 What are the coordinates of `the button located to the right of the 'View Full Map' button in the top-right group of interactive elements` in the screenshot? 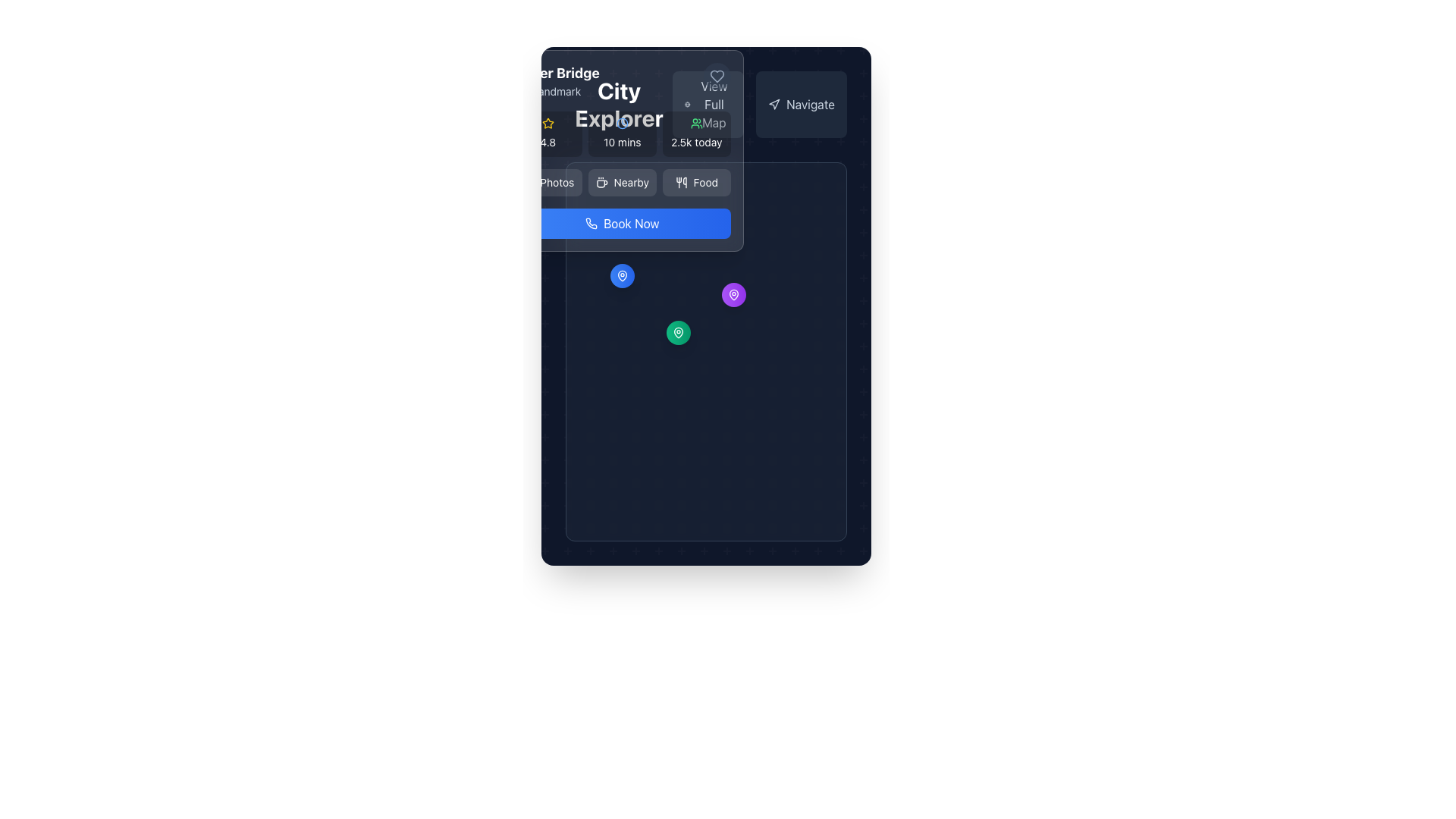 It's located at (760, 104).